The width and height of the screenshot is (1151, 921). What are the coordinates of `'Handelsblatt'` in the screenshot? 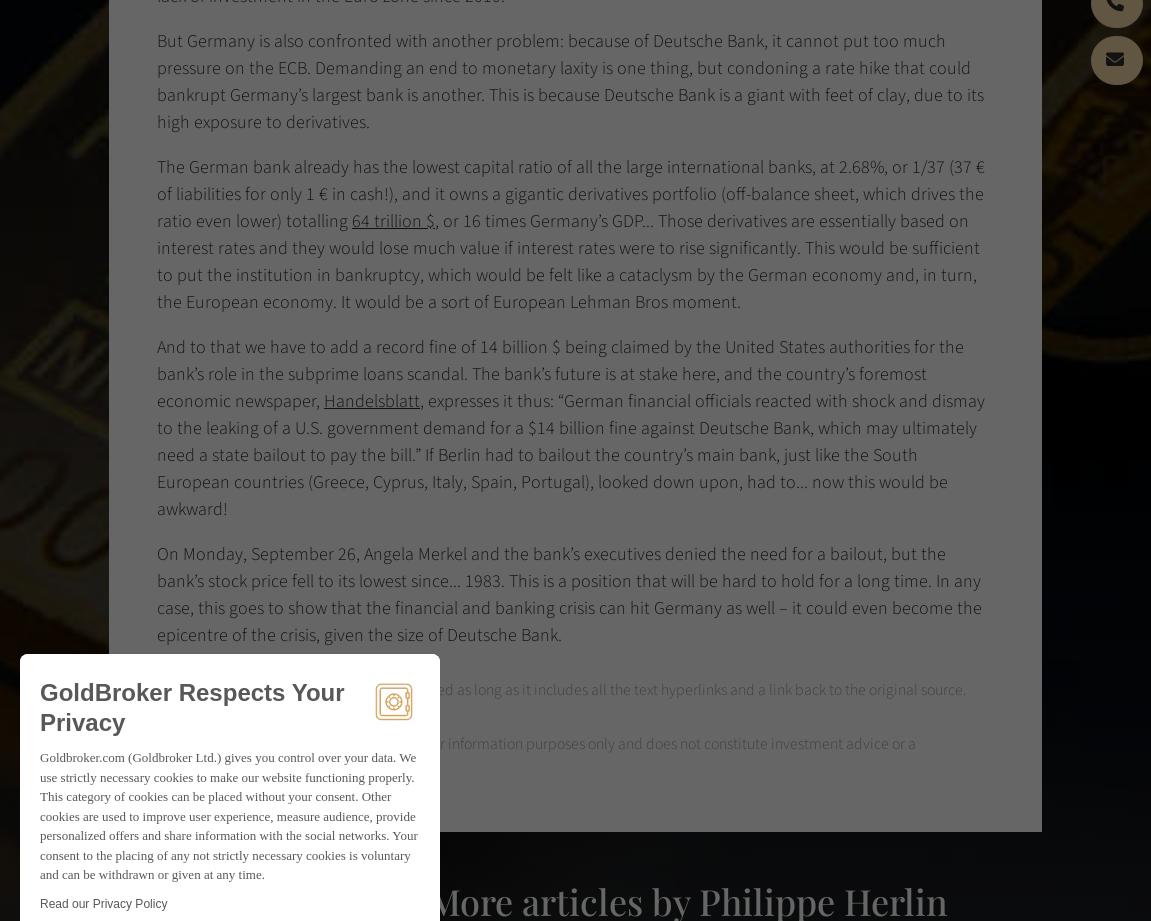 It's located at (372, 401).